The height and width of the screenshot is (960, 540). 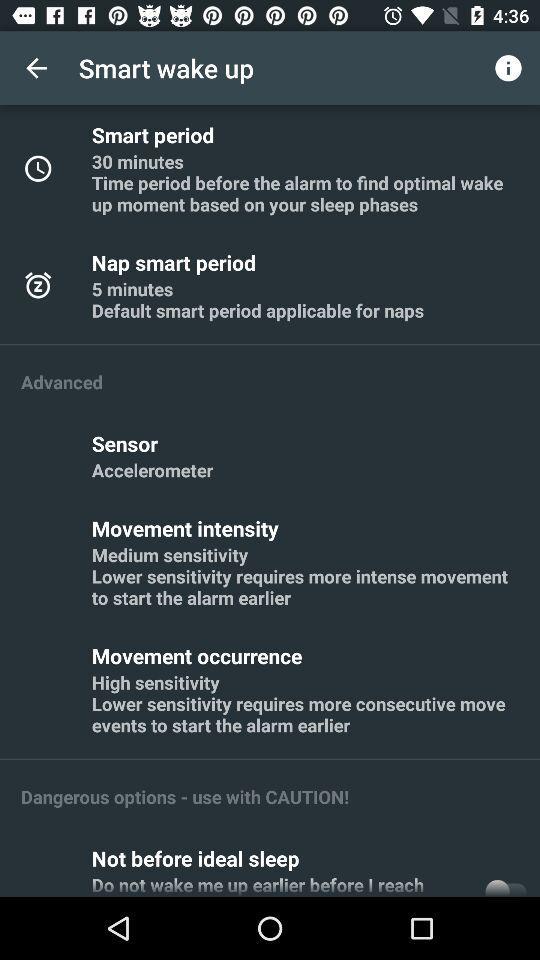 I want to click on item below sensor item, so click(x=151, y=470).